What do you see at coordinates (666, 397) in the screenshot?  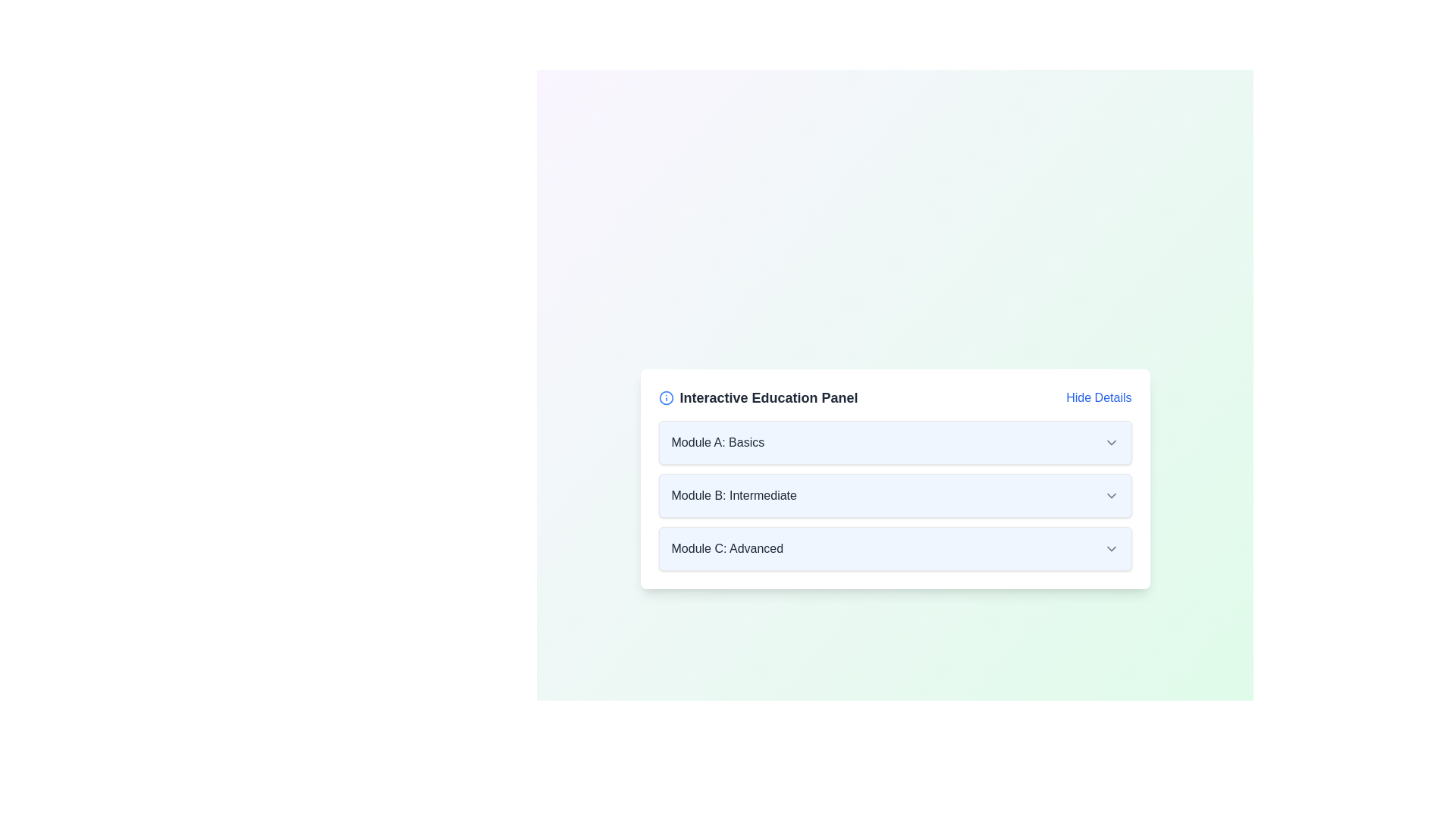 I see `blue circular shape within the information icon located to the left of the 'Interactive Education Panel' text` at bounding box center [666, 397].